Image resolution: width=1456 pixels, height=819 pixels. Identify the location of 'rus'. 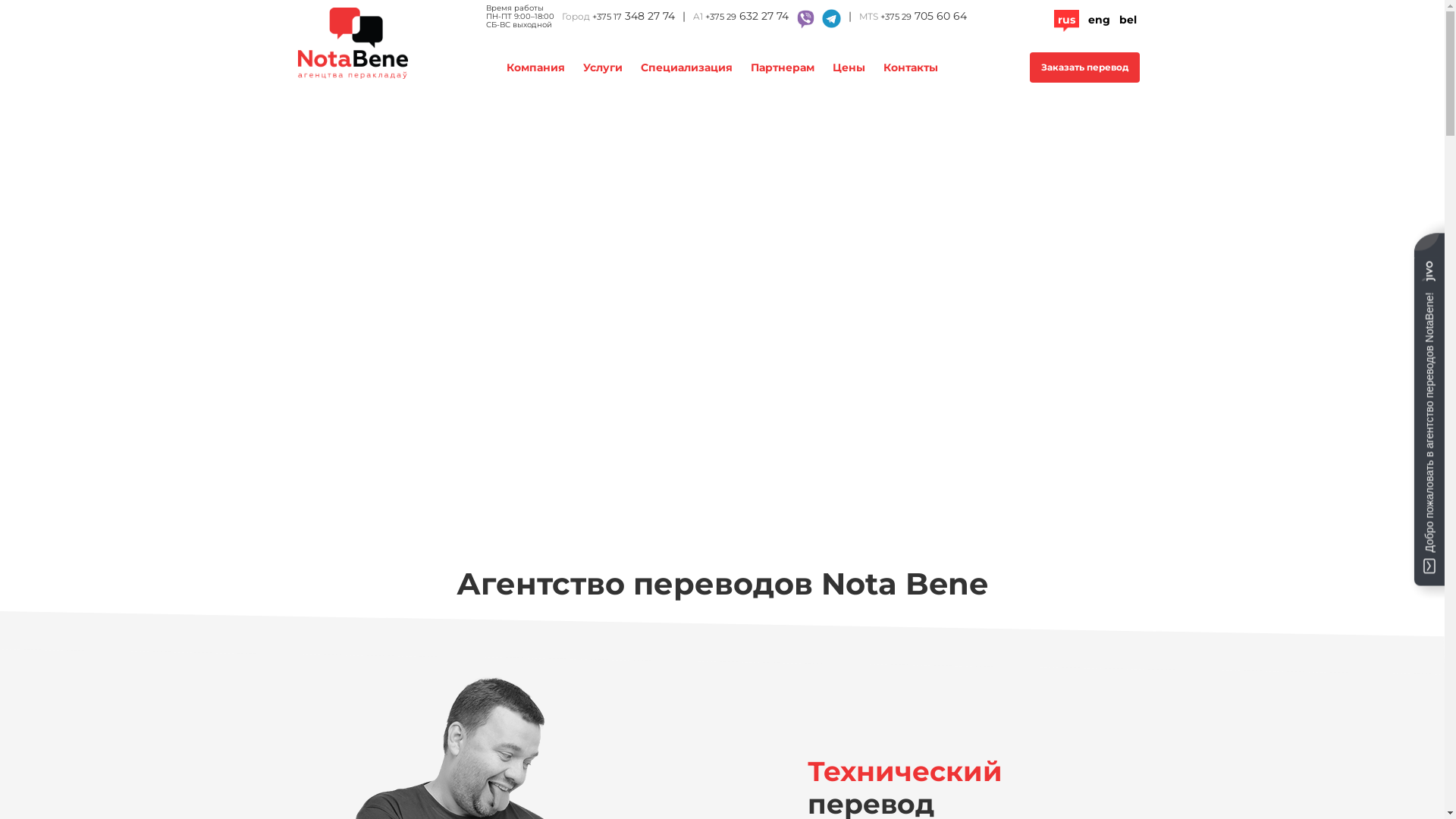
(1065, 20).